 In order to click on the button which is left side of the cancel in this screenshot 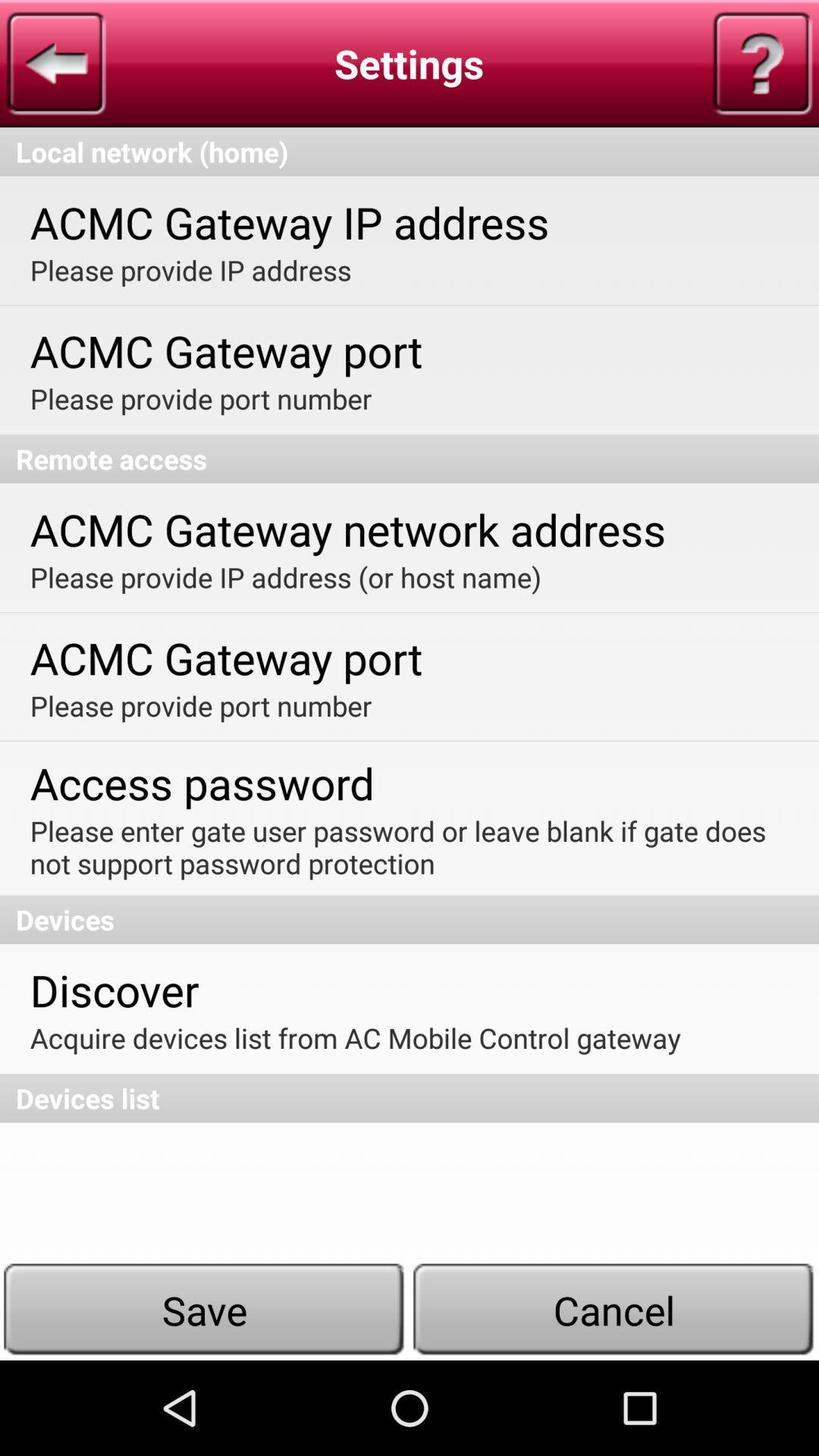, I will do `click(205, 1310)`.